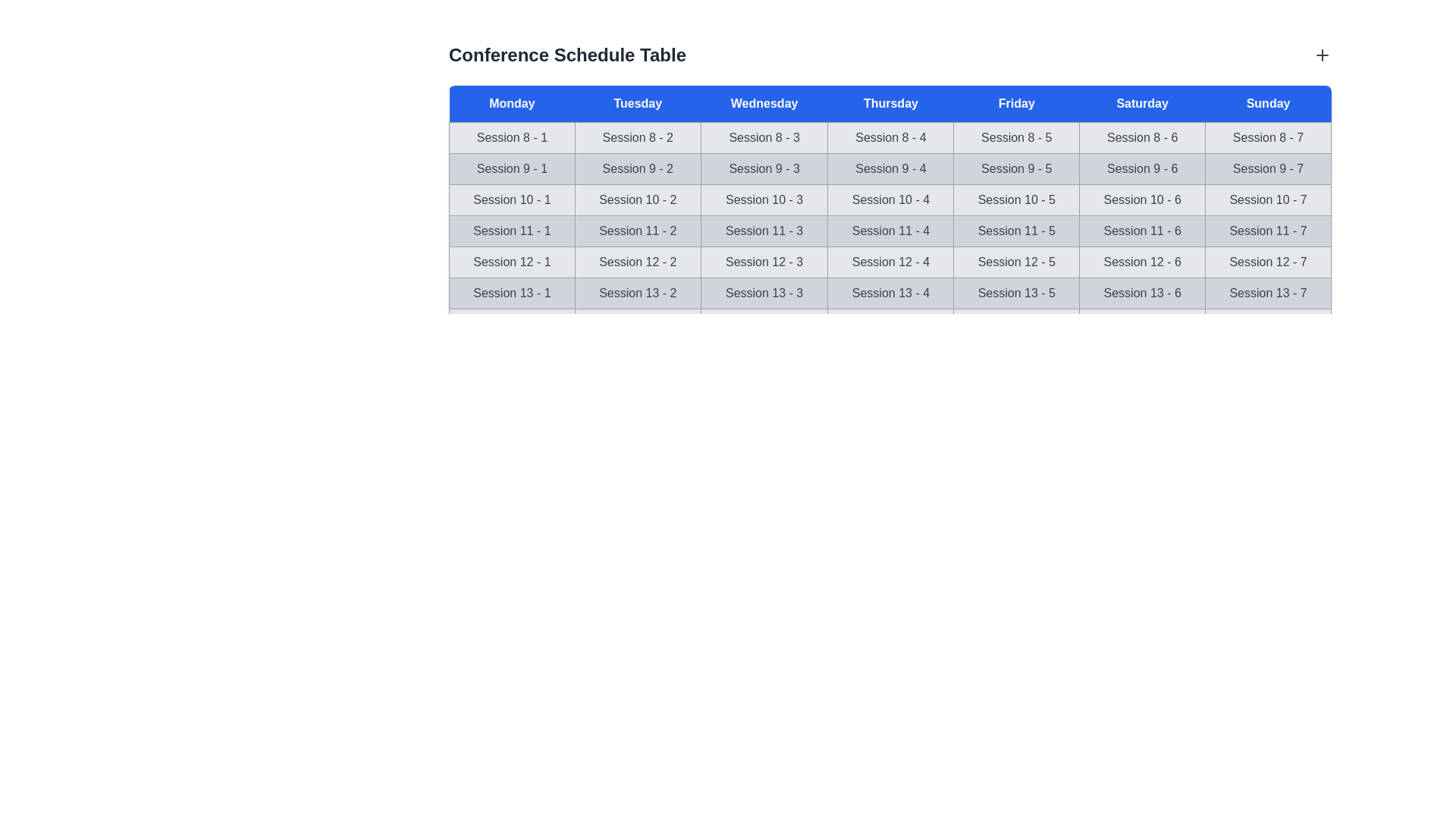  Describe the element at coordinates (638, 103) in the screenshot. I see `the header for Tuesday to sort or view details` at that location.